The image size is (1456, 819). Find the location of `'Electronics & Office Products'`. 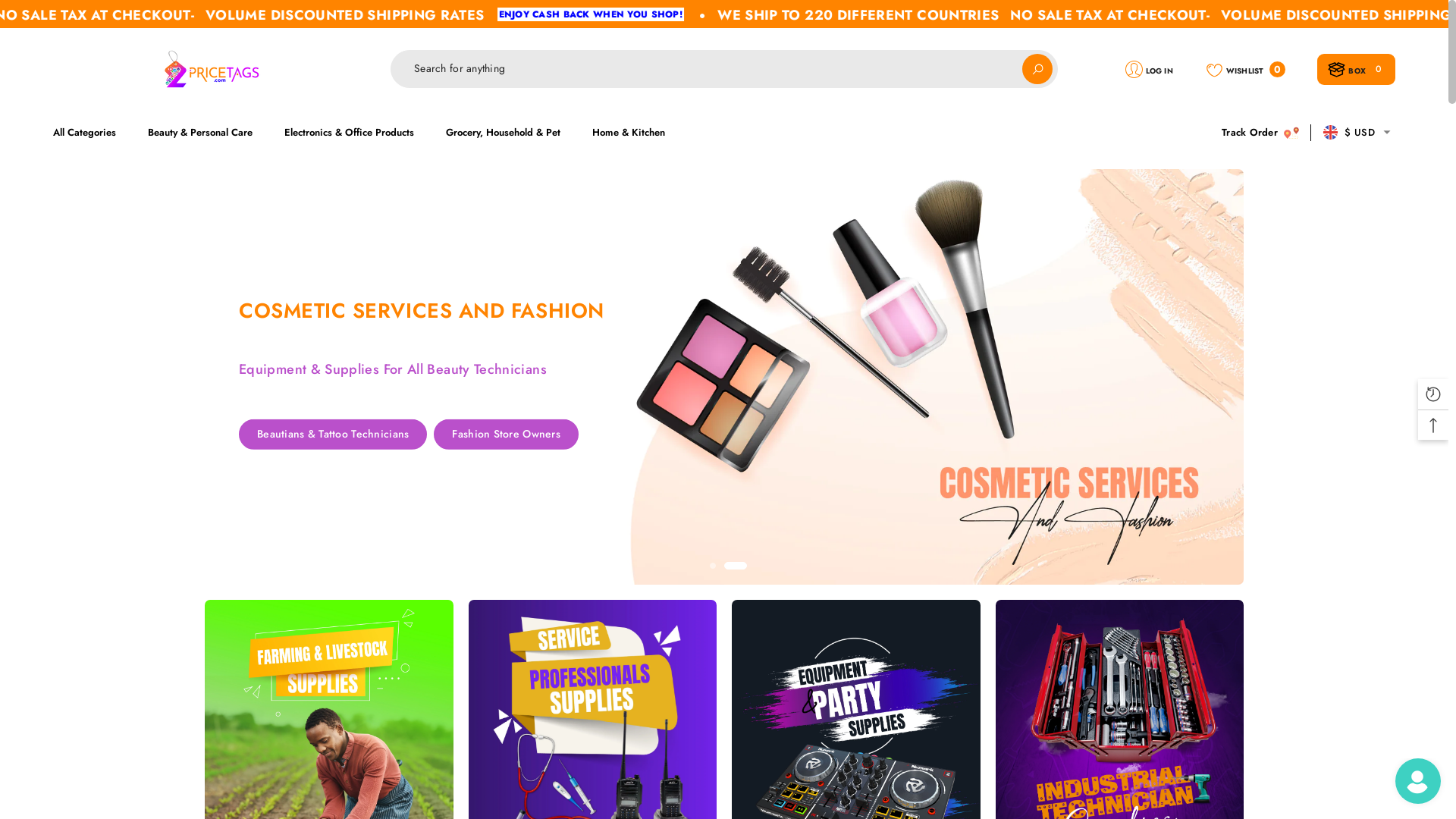

'Electronics & Office Products' is located at coordinates (348, 131).